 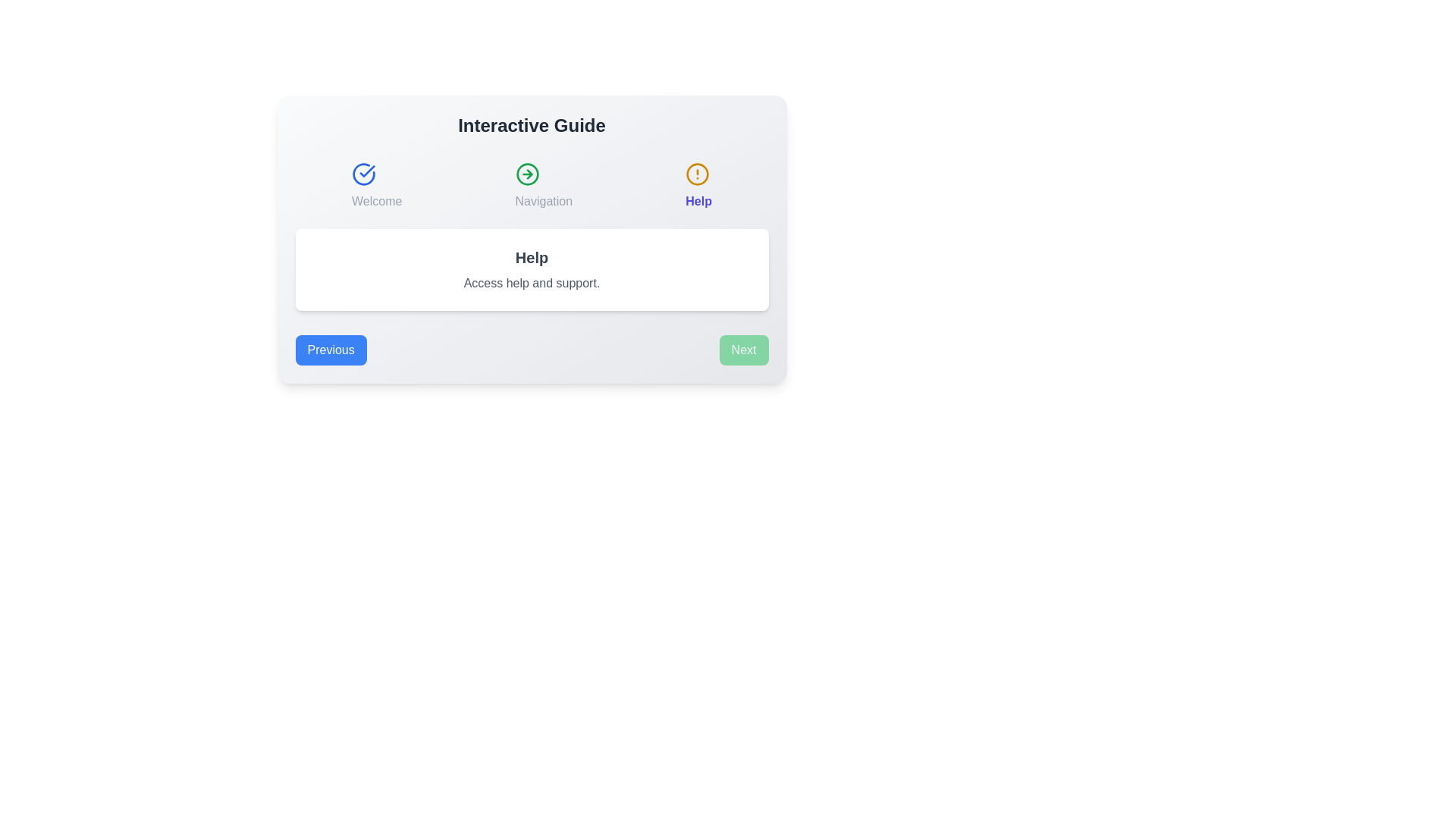 What do you see at coordinates (544, 201) in the screenshot?
I see `the Text Label that describes the adjacent green circular arrow icon, located in the top-central part of the interface` at bounding box center [544, 201].